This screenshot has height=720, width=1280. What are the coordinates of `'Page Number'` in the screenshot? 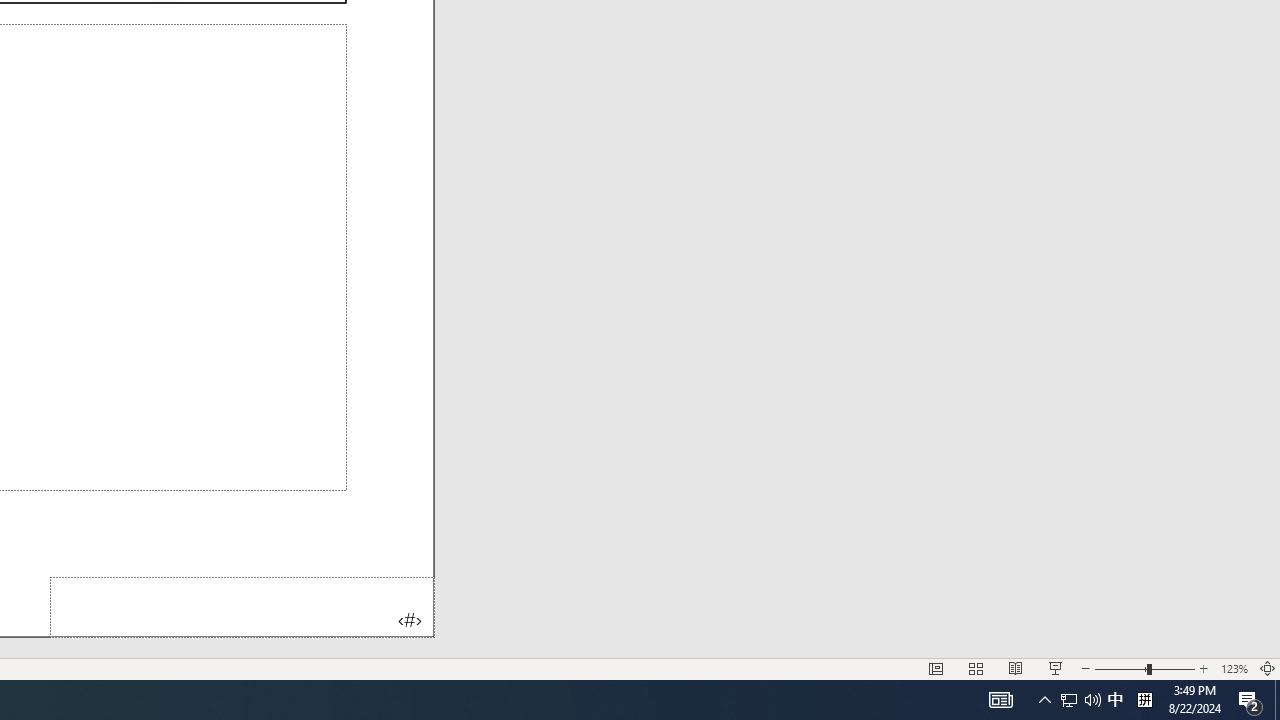 It's located at (241, 606).